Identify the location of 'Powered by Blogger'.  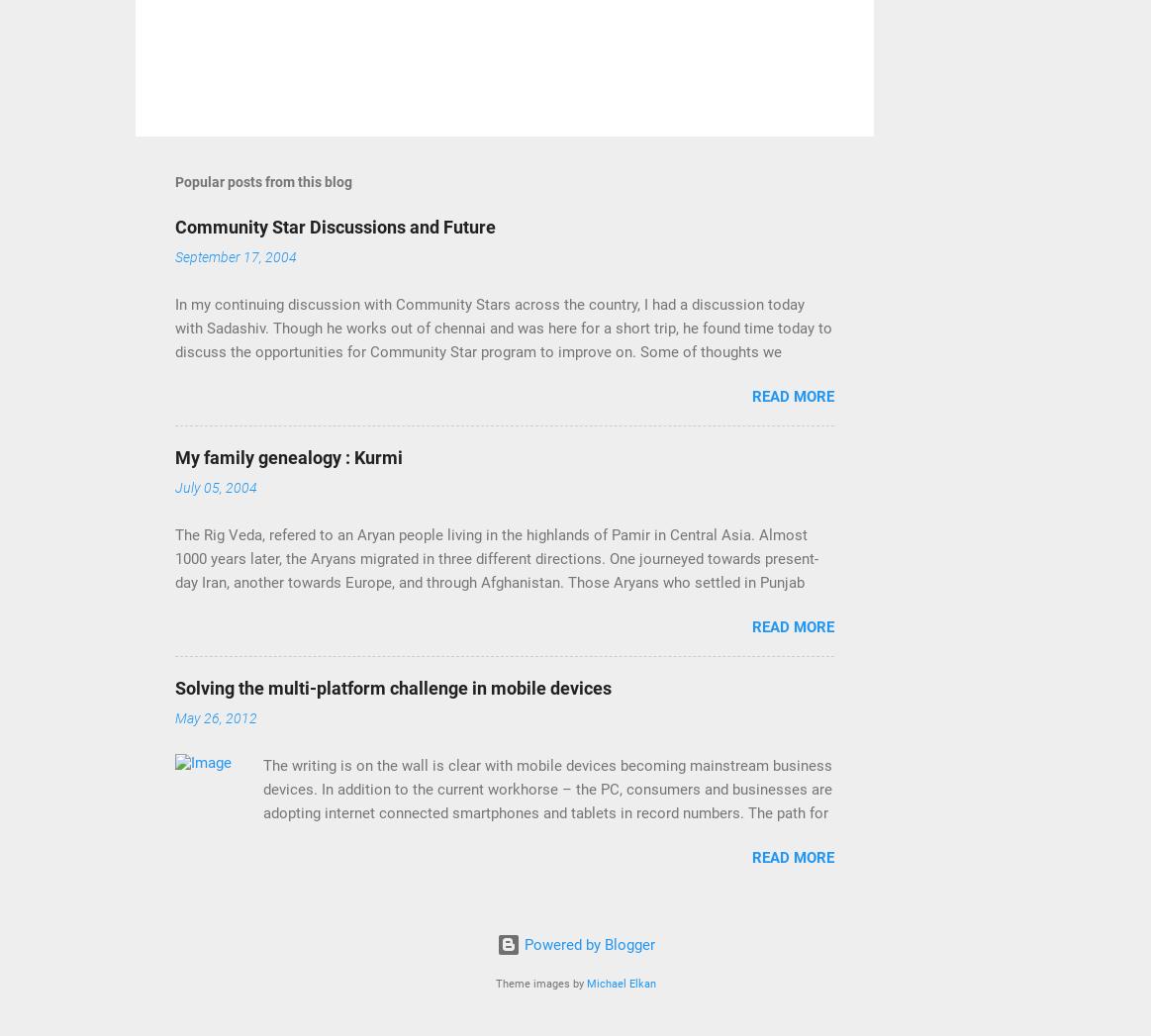
(586, 943).